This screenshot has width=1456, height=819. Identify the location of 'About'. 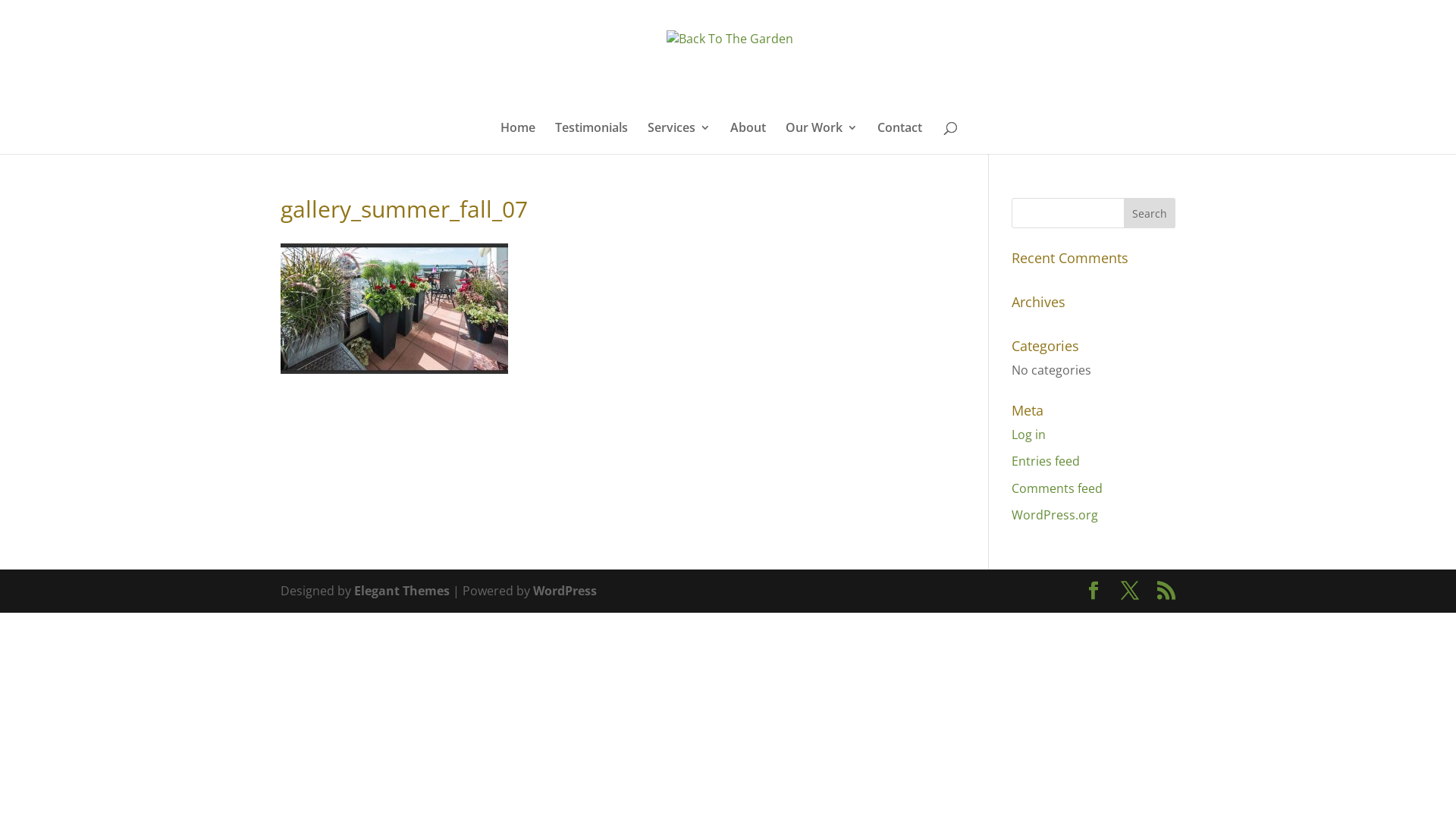
(748, 137).